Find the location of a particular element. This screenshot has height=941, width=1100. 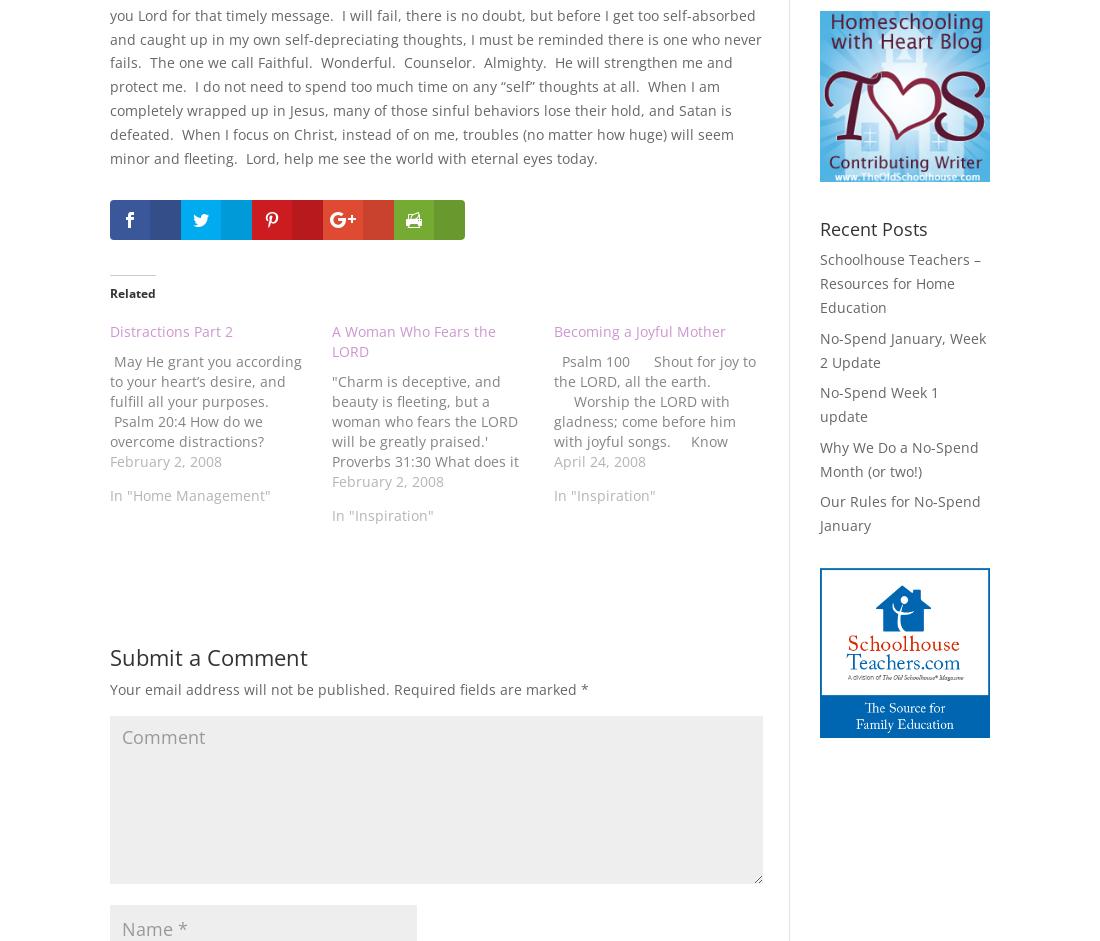

'Your email address will not be published.' is located at coordinates (250, 689).